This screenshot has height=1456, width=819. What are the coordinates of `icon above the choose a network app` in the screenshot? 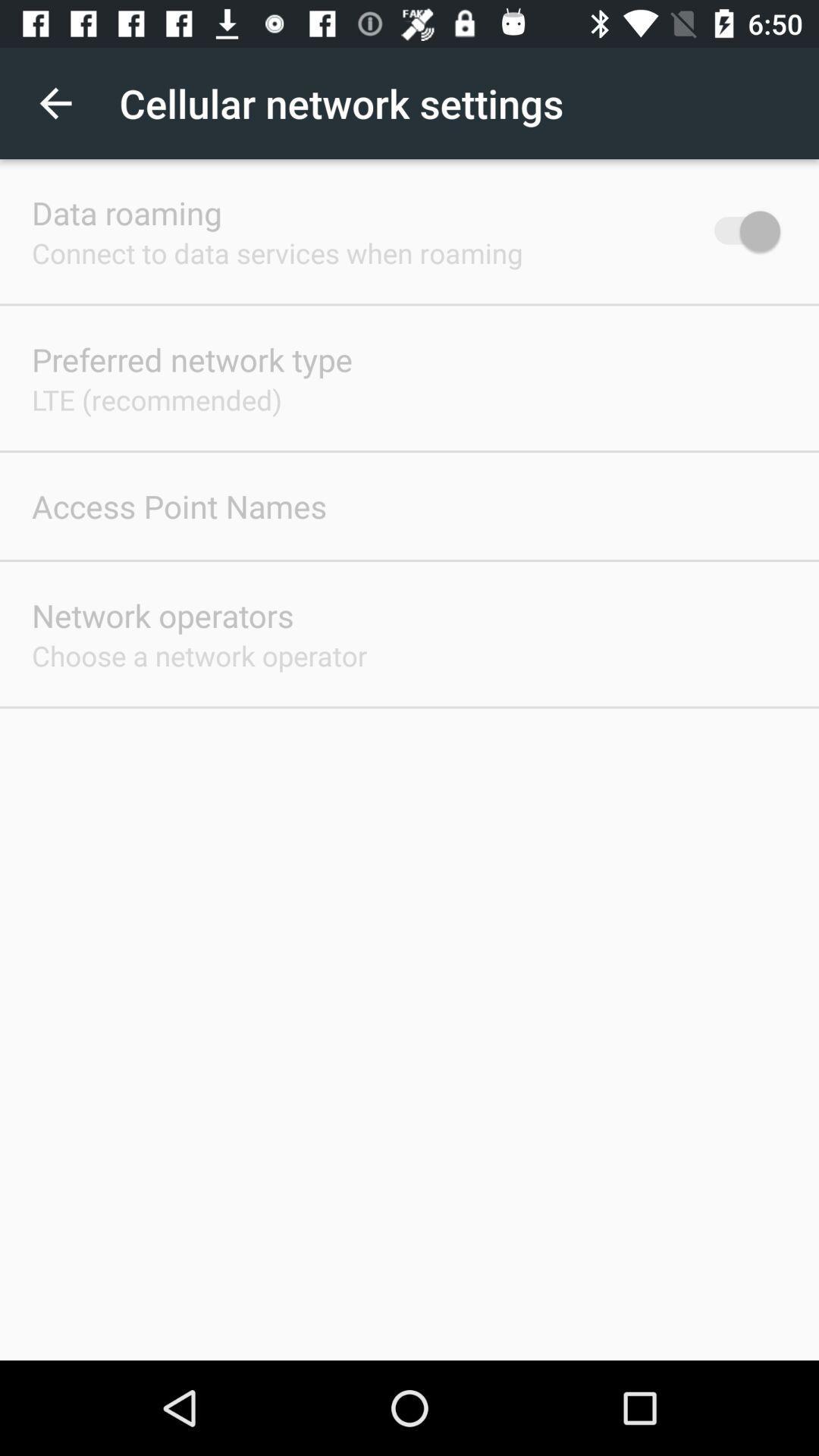 It's located at (162, 615).